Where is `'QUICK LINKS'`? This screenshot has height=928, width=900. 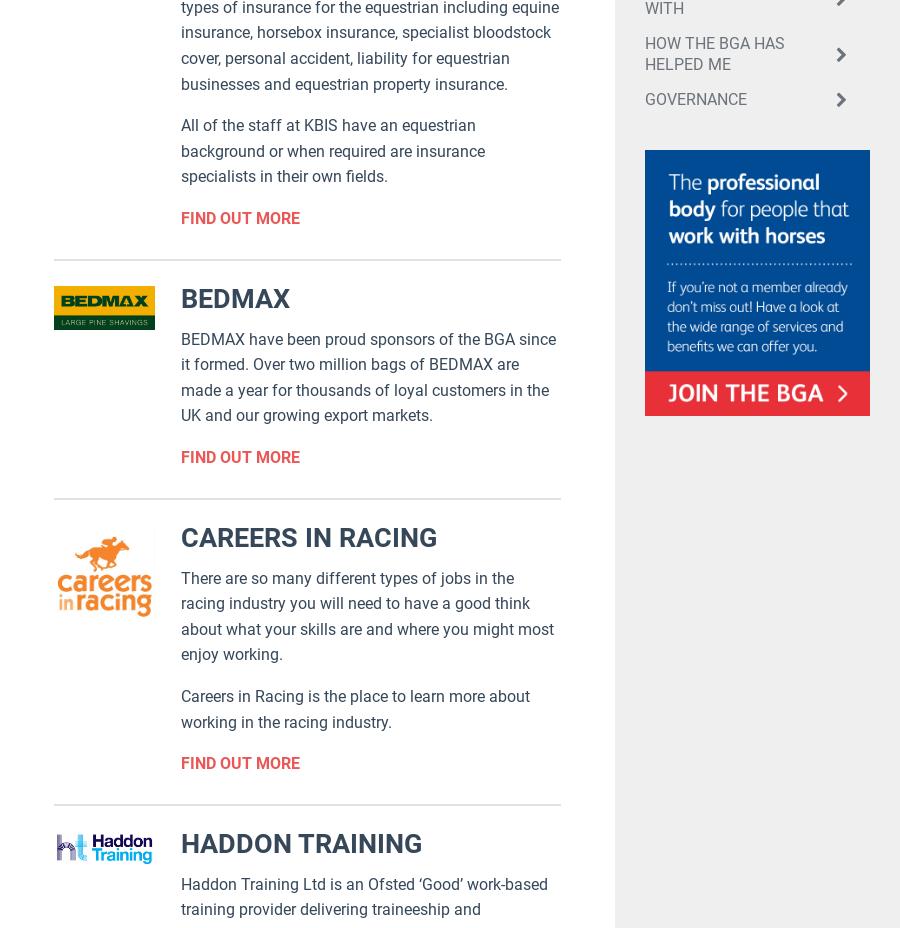
'QUICK LINKS' is located at coordinates (419, 524).